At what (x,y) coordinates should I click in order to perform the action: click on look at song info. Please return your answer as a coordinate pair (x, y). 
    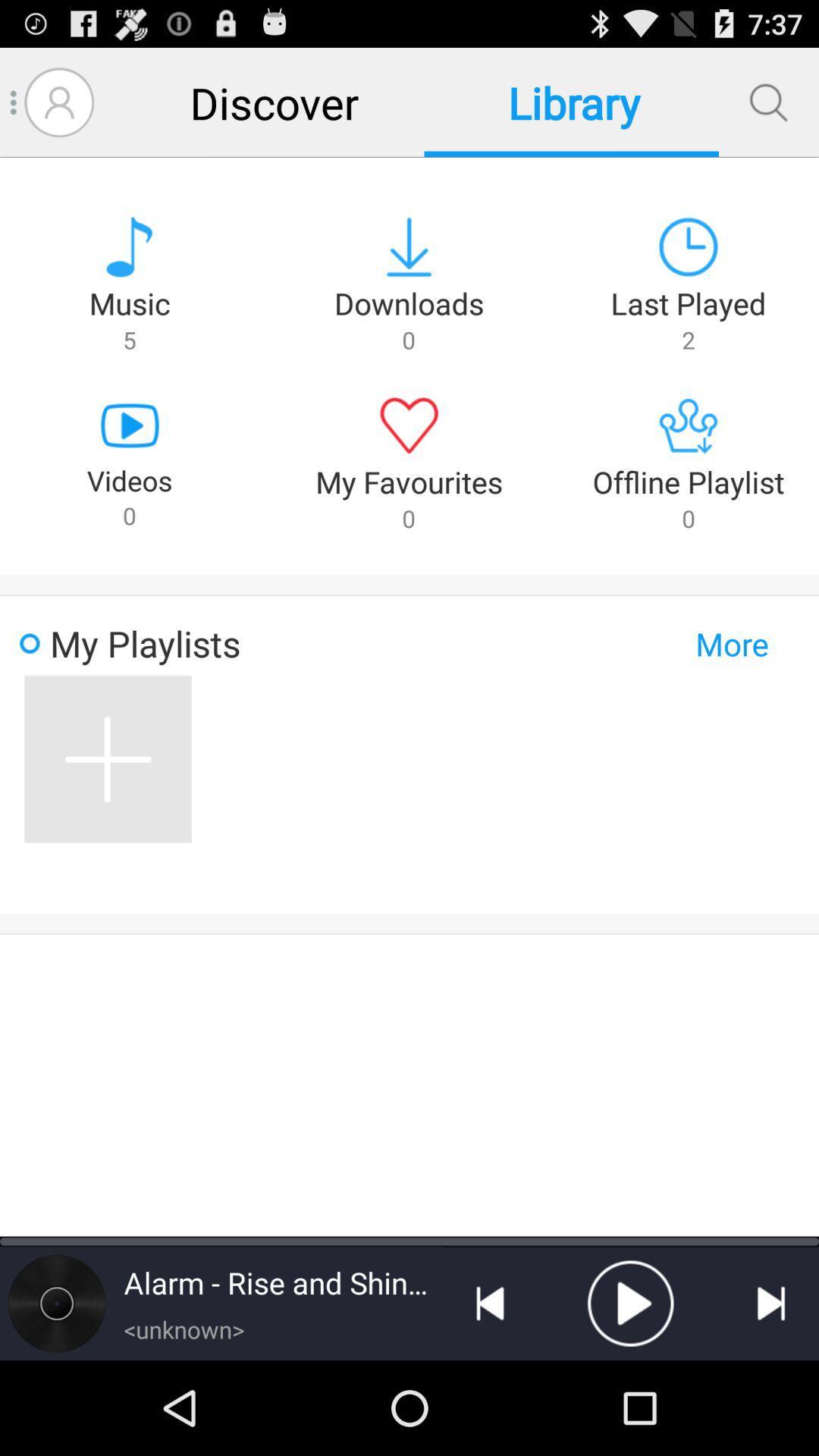
    Looking at the image, I should click on (55, 1302).